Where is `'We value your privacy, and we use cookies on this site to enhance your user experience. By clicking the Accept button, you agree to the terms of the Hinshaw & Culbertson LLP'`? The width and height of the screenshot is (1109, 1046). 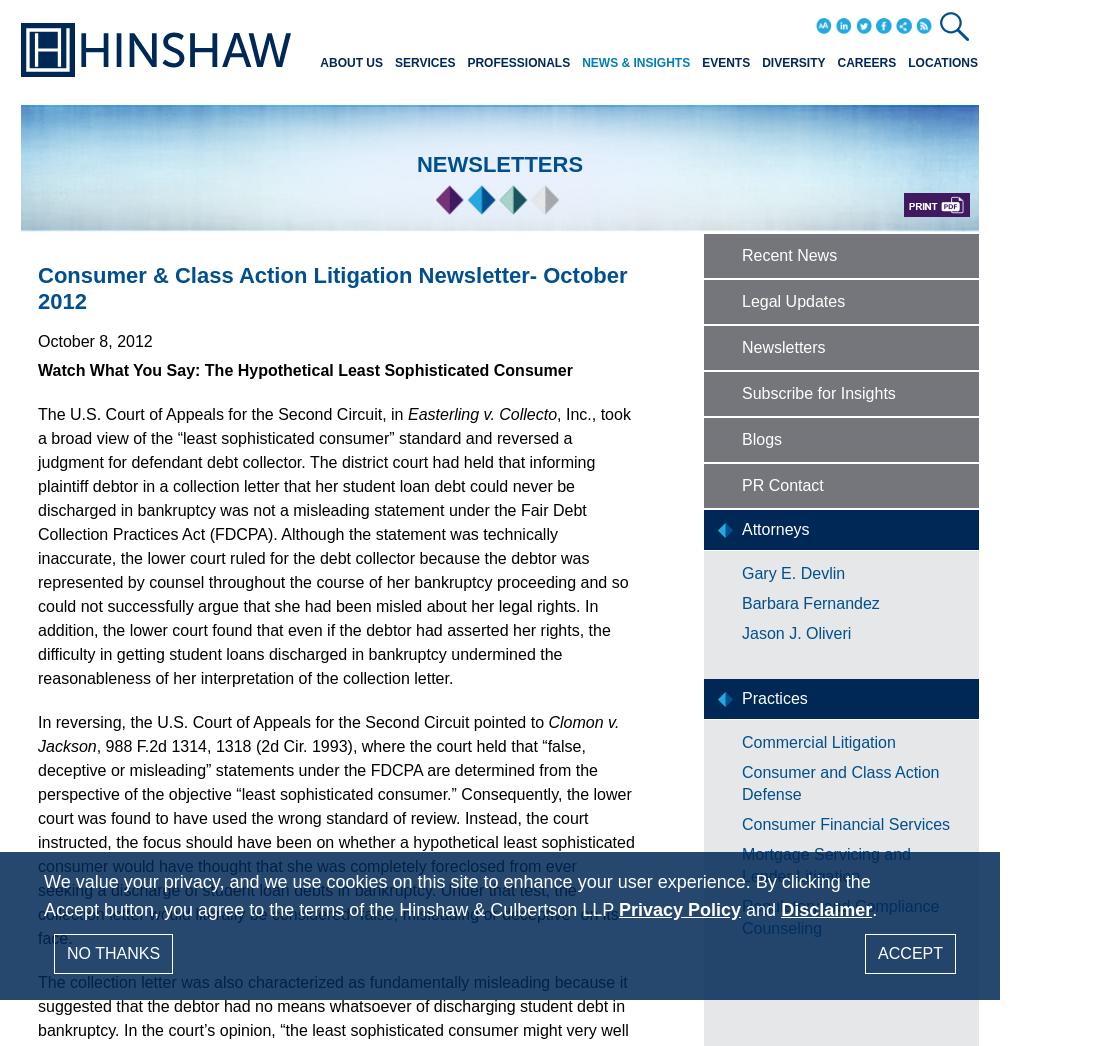 'We value your privacy, and we use cookies on this site to enhance your user experience. By clicking the Accept button, you agree to the terms of the Hinshaw & Culbertson LLP' is located at coordinates (456, 896).